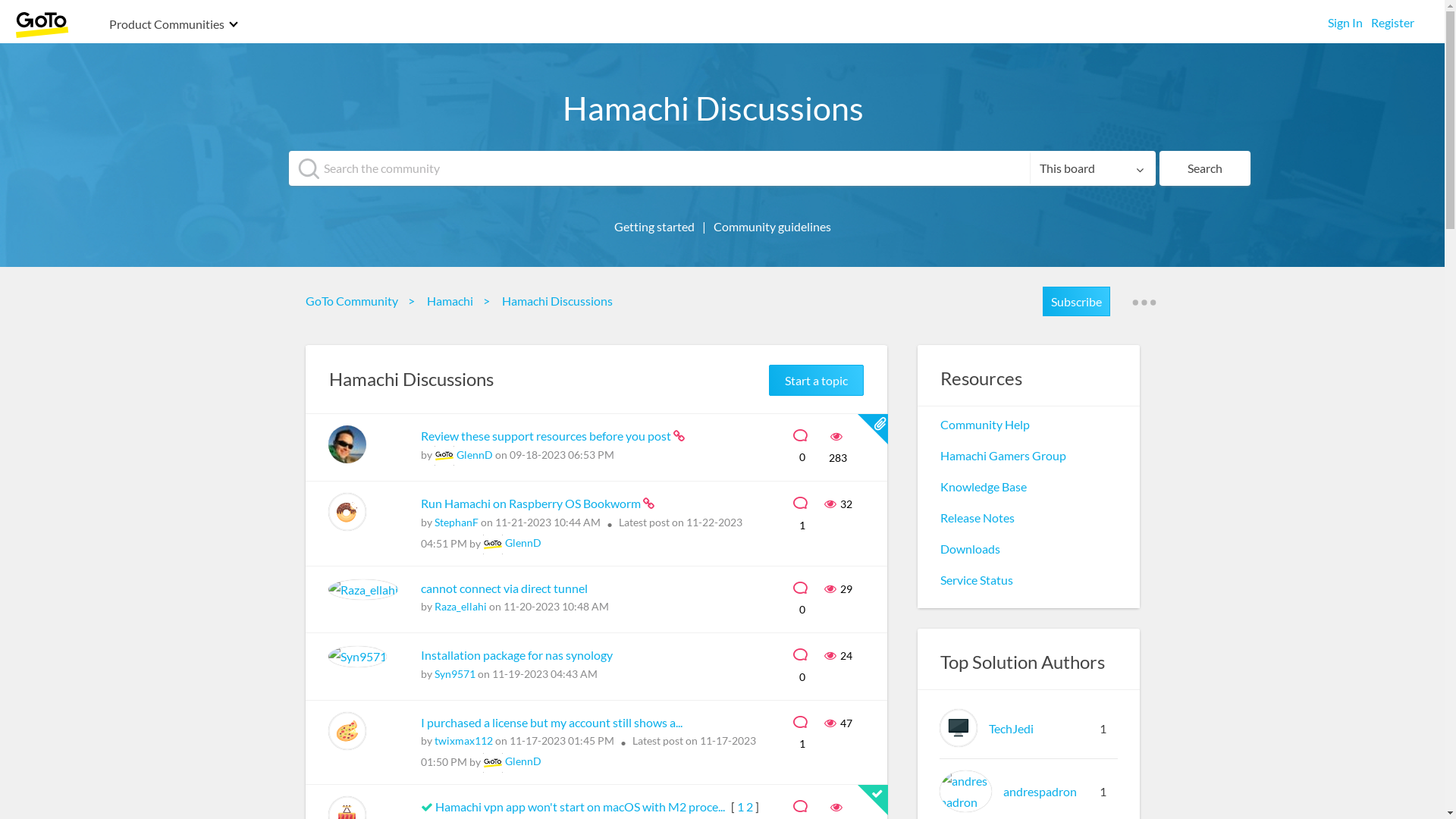  Describe the element at coordinates (516, 654) in the screenshot. I see `'Installation package for nas synology'` at that location.